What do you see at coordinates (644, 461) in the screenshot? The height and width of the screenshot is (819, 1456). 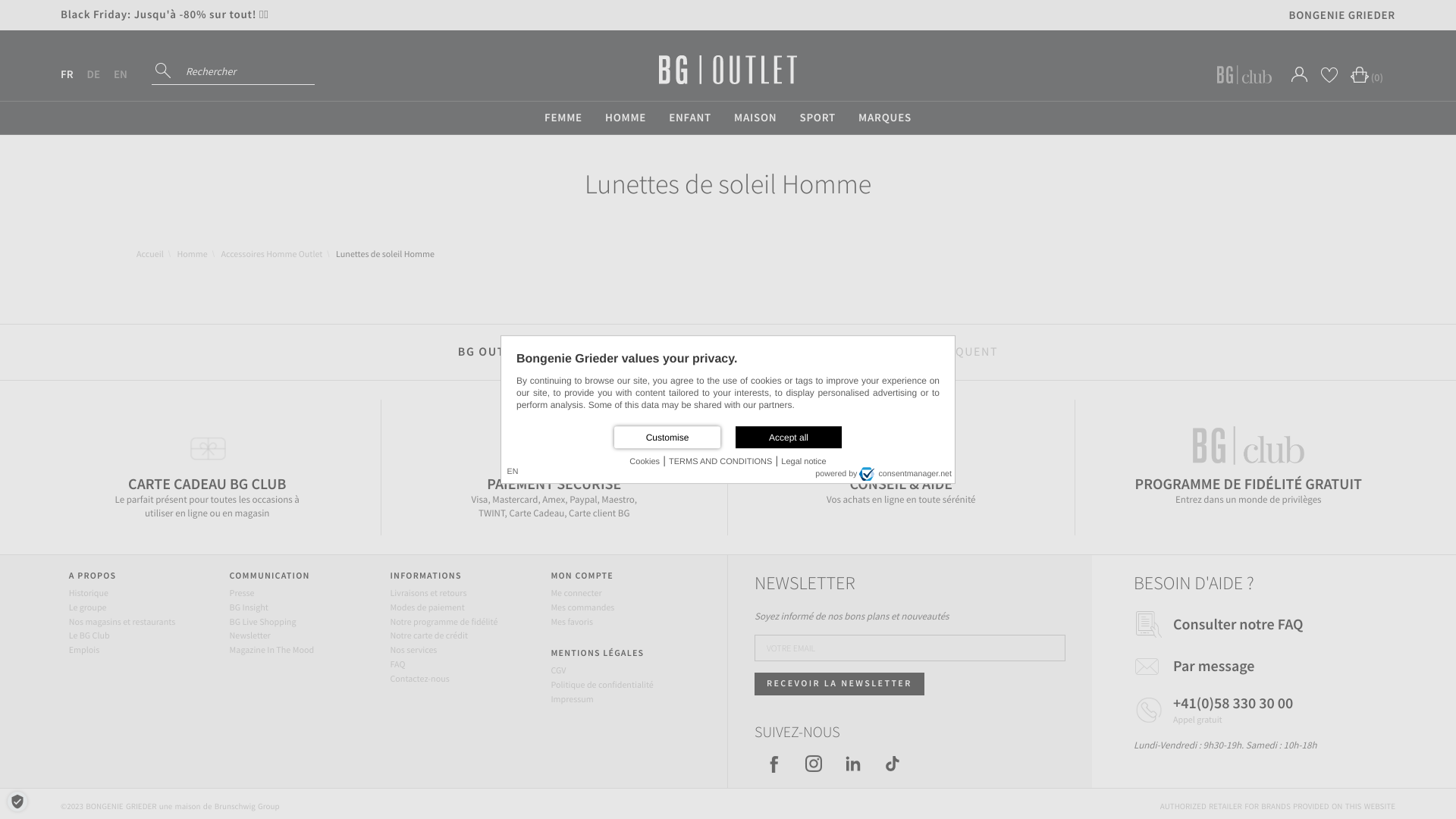 I see `'Cookies'` at bounding box center [644, 461].